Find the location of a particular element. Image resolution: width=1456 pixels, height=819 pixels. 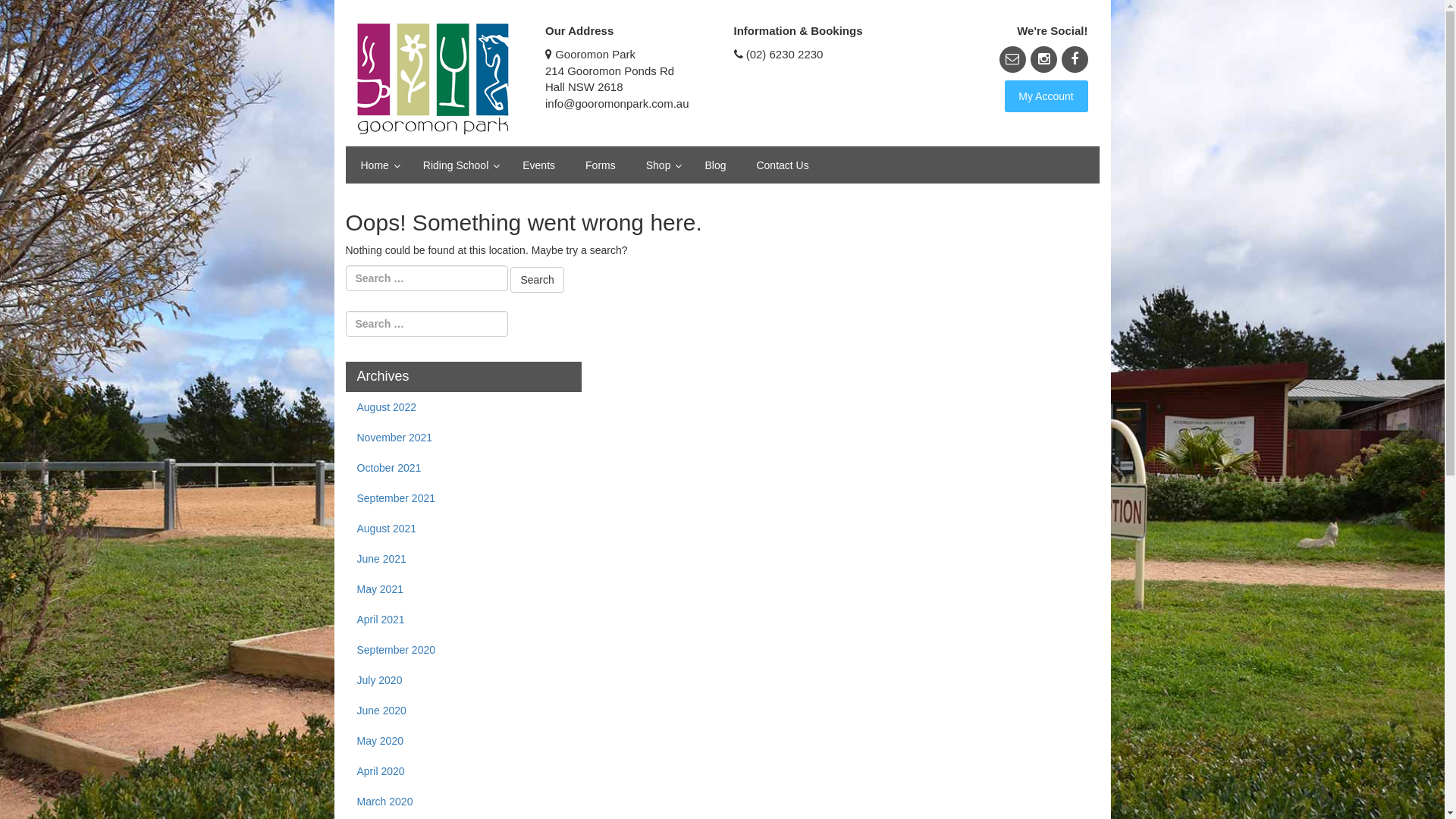

'Home' is located at coordinates (377, 165).